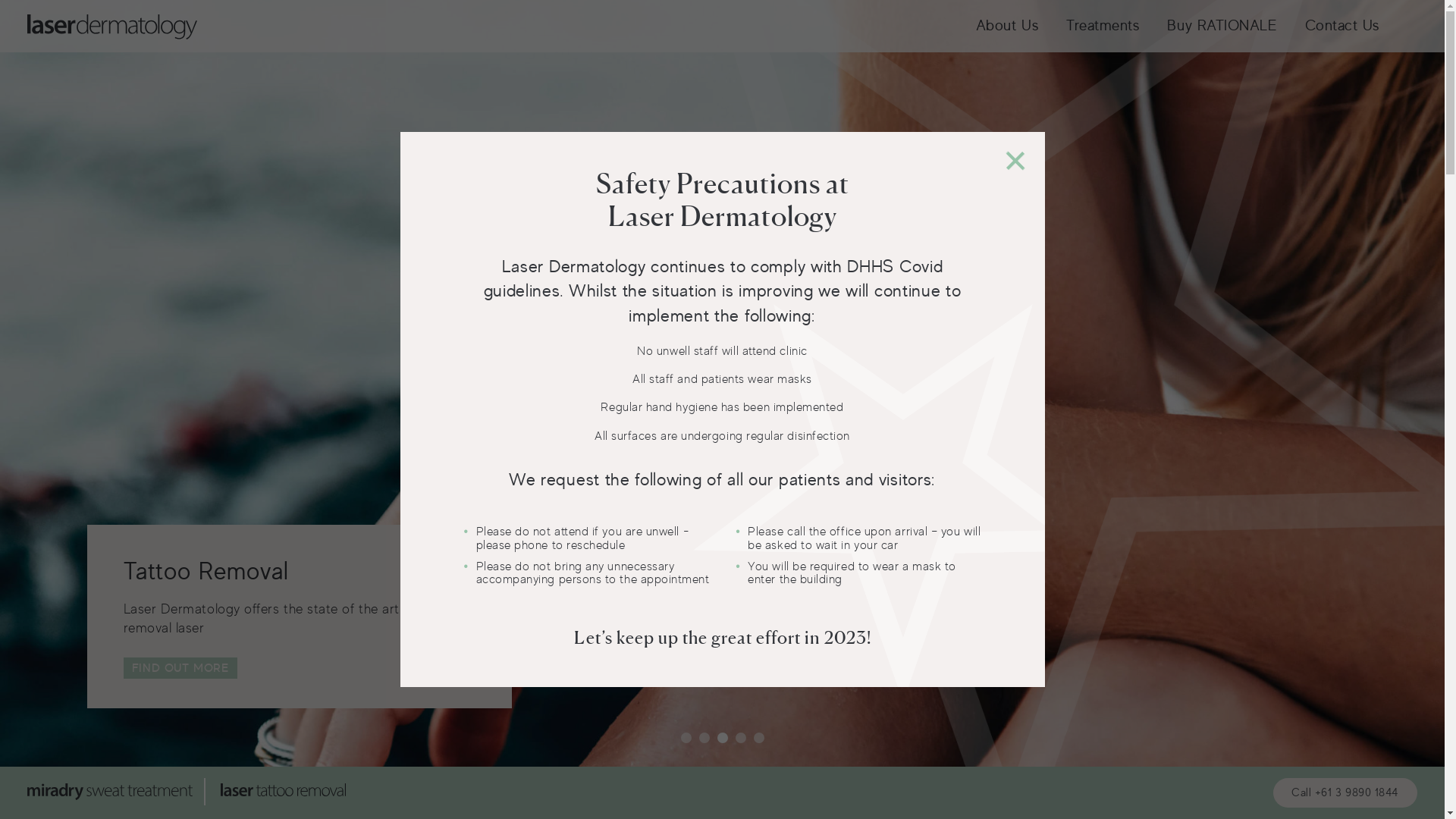  What do you see at coordinates (1345, 792) in the screenshot?
I see `'Call +61 3 9890 1844'` at bounding box center [1345, 792].